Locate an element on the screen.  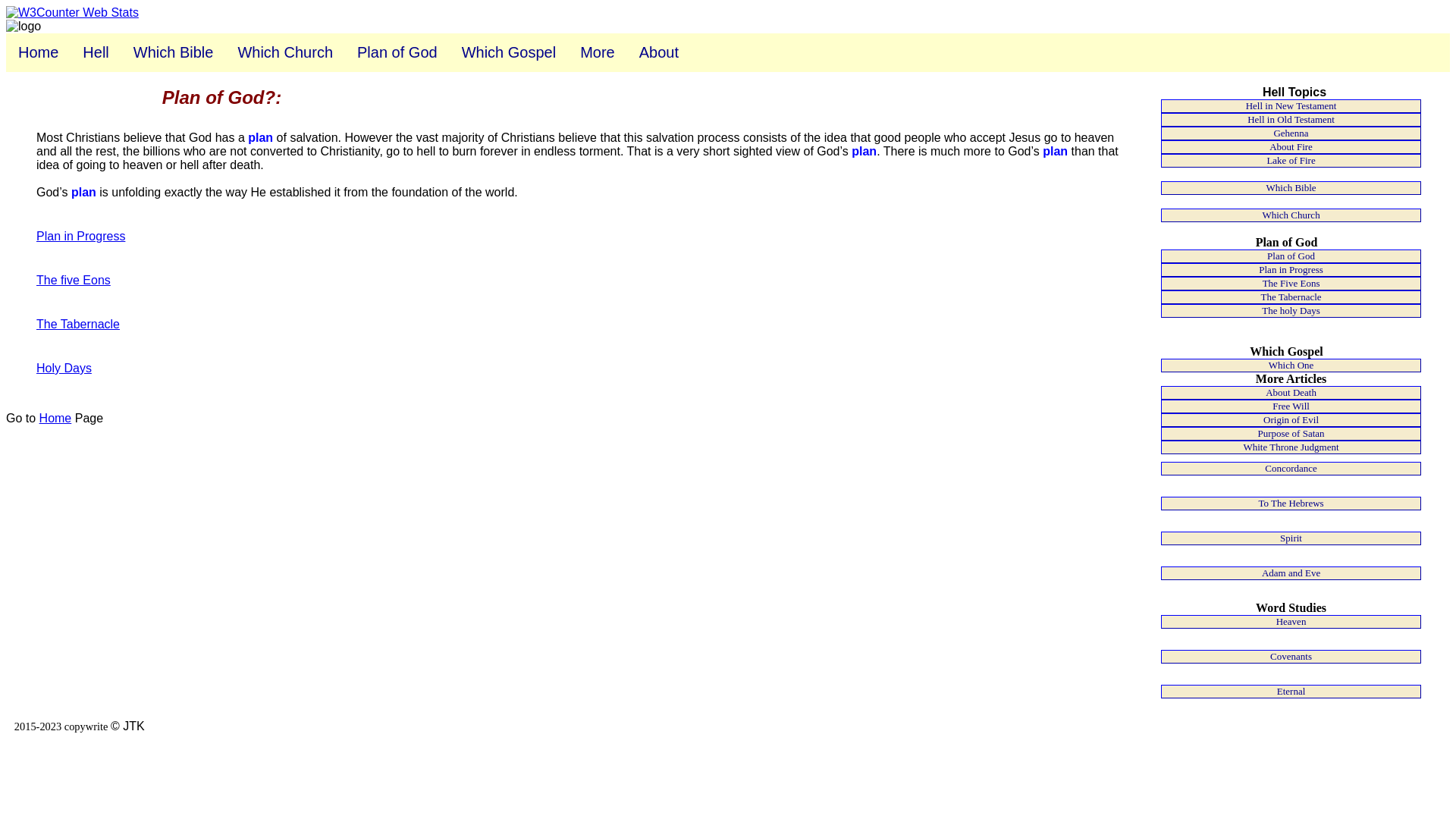
'Plan in Progress' is located at coordinates (1290, 268).